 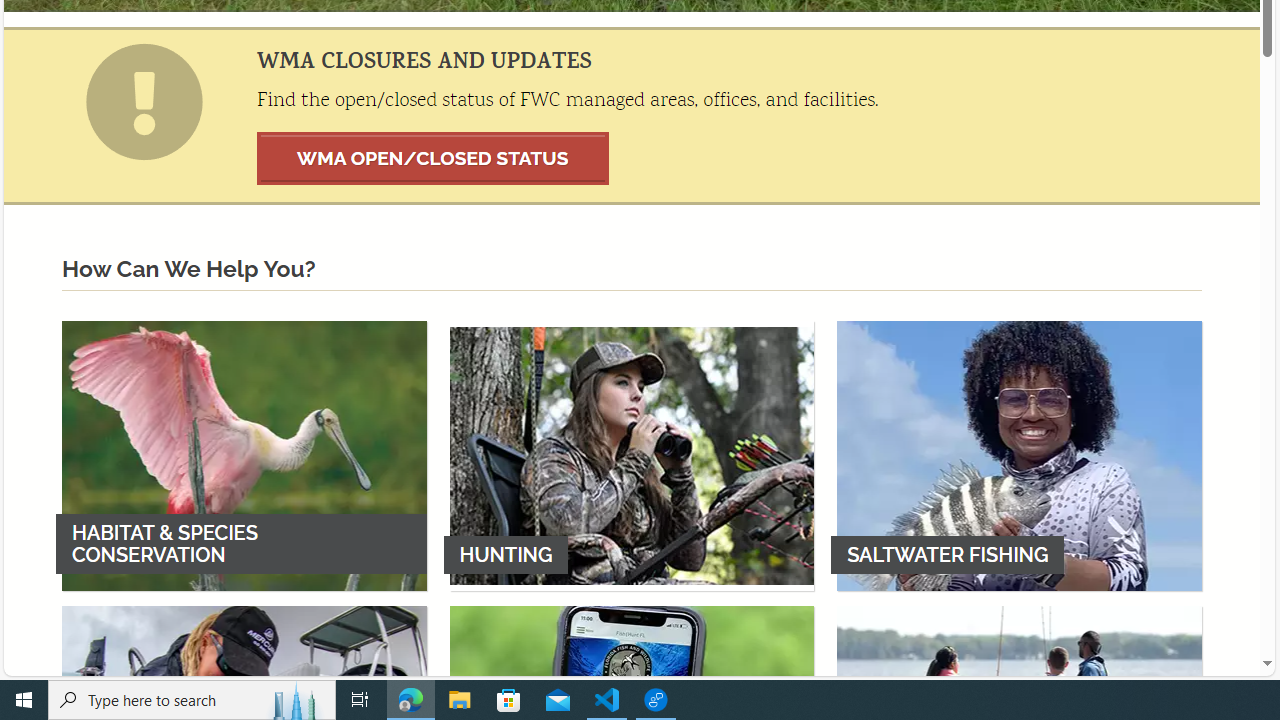 I want to click on 'WMA OPEN/CLOSED STATUS', so click(x=432, y=157).